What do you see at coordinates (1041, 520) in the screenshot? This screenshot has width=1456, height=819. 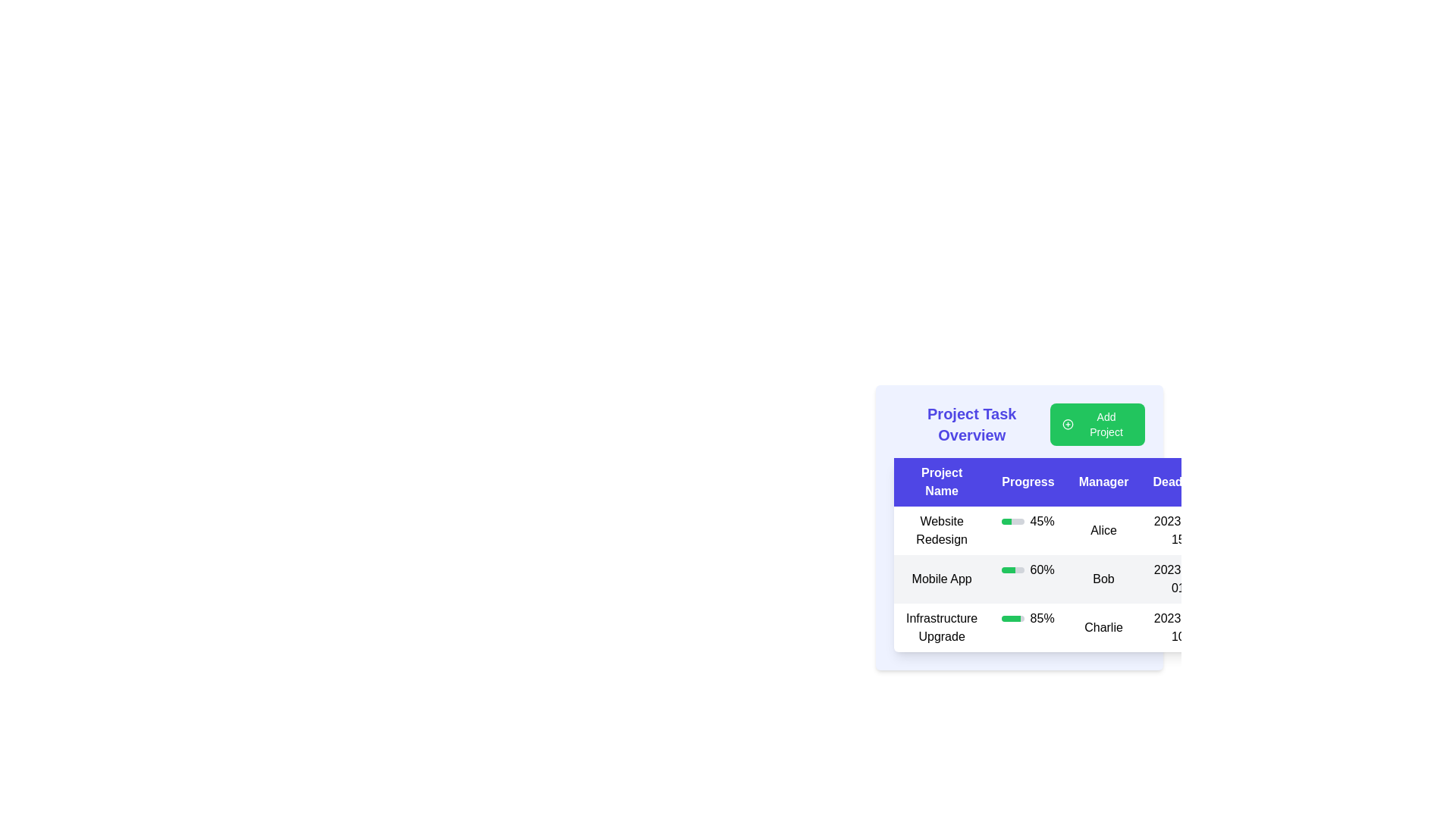 I see `the bold black text label reading '45%' under the 'Progress' column for 'Website Redesign'` at bounding box center [1041, 520].